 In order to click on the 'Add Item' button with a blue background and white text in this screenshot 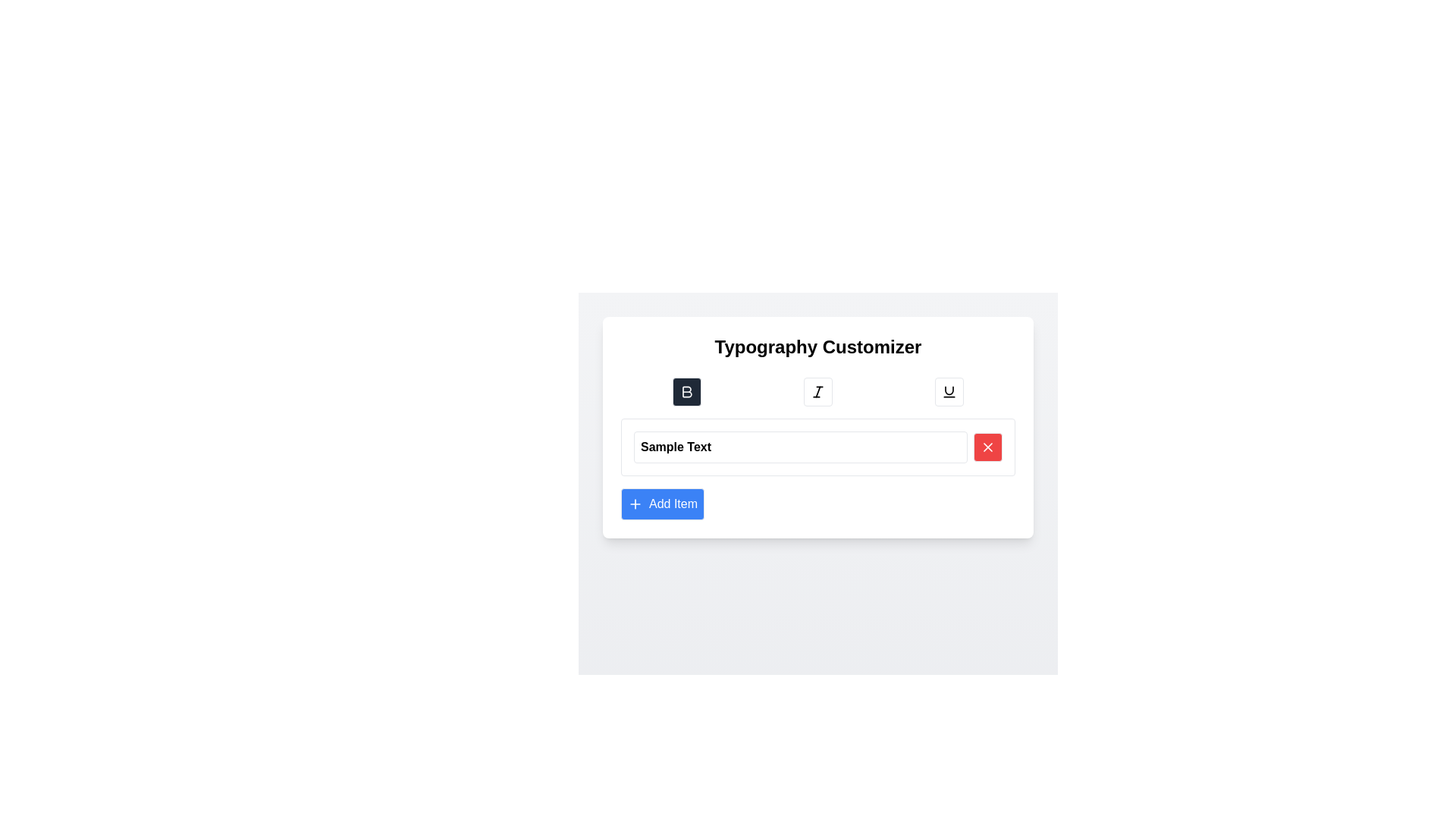, I will do `click(662, 504)`.